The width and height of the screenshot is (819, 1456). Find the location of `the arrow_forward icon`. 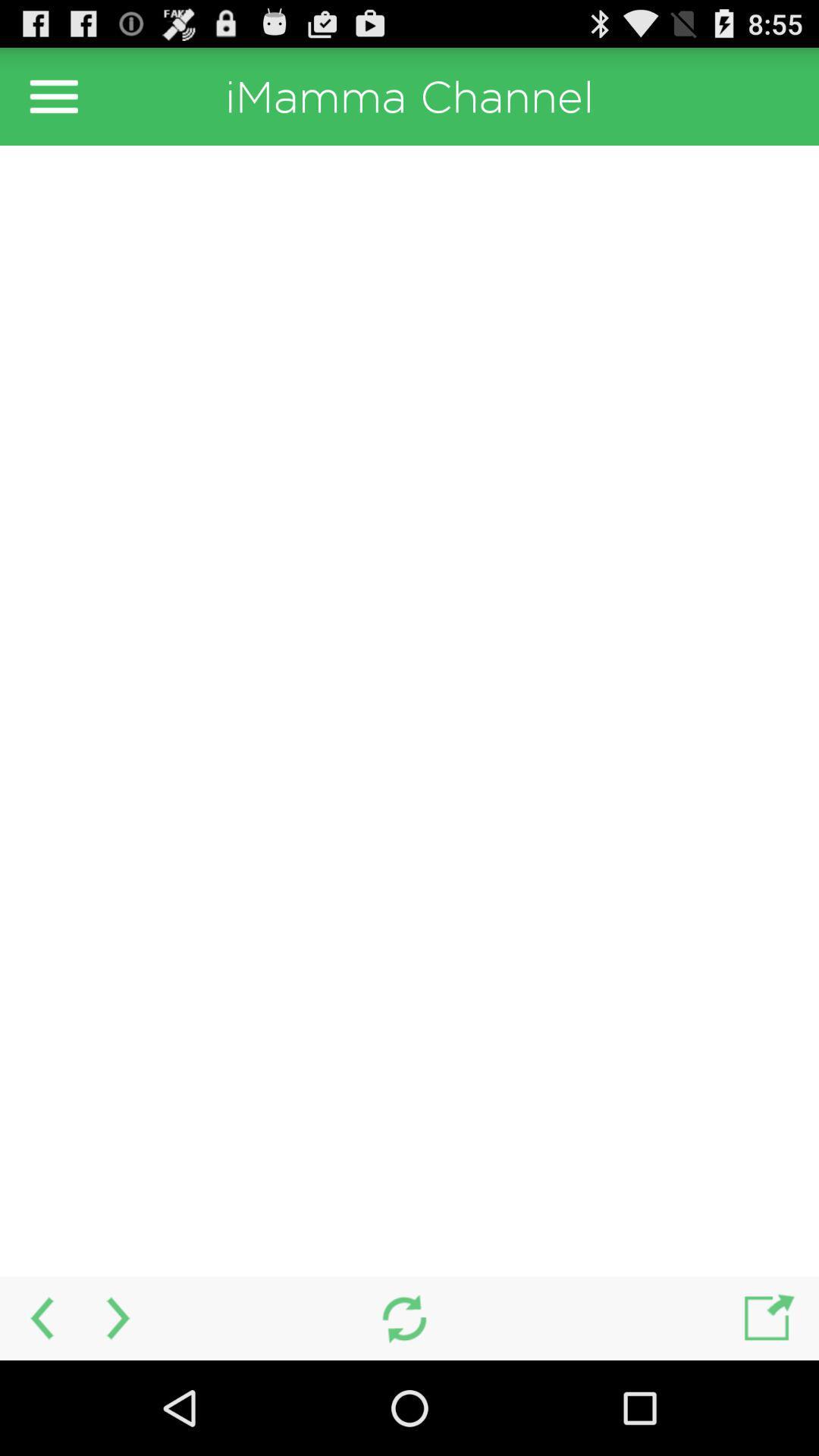

the arrow_forward icon is located at coordinates (119, 1410).